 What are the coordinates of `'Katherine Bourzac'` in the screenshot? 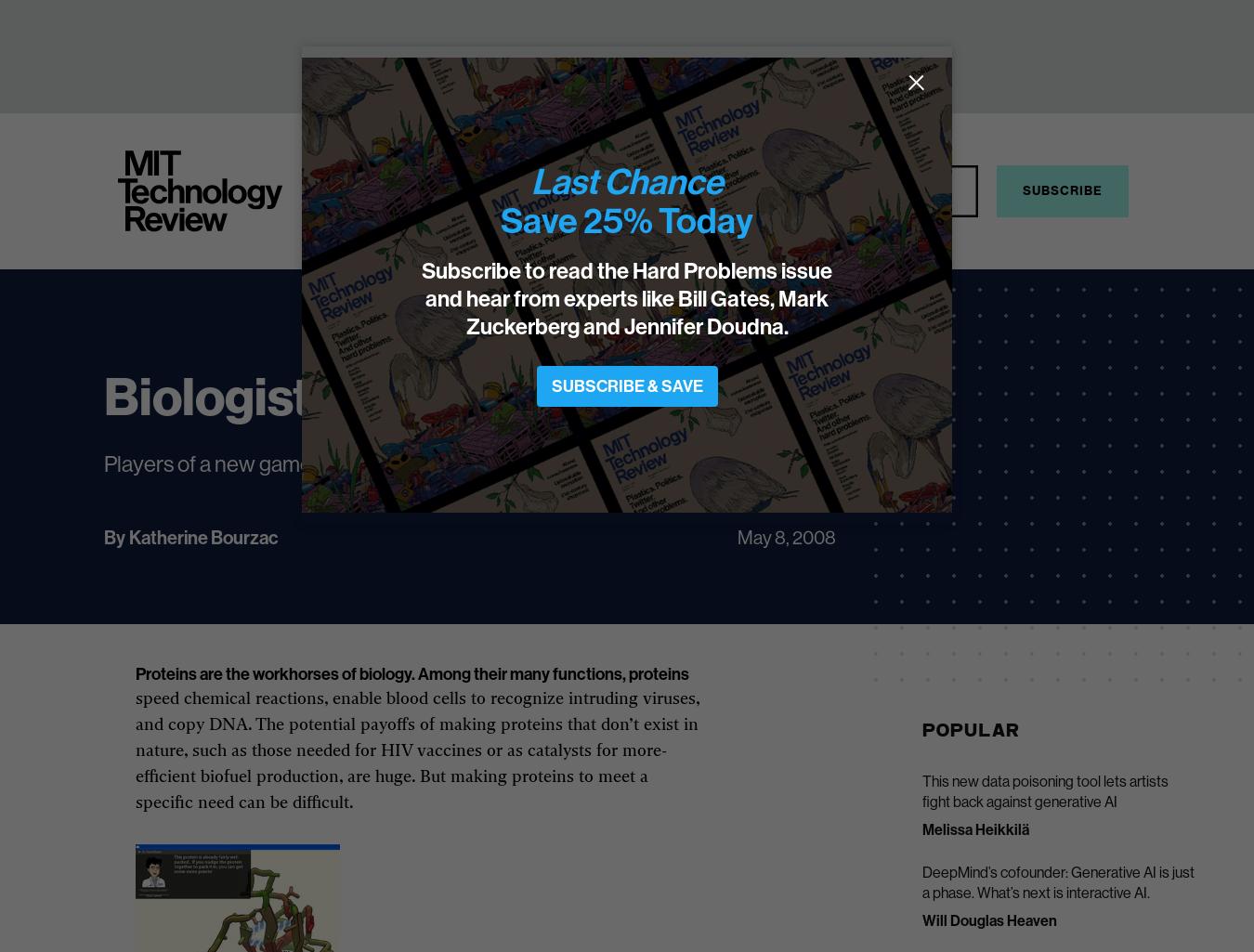 It's located at (203, 538).